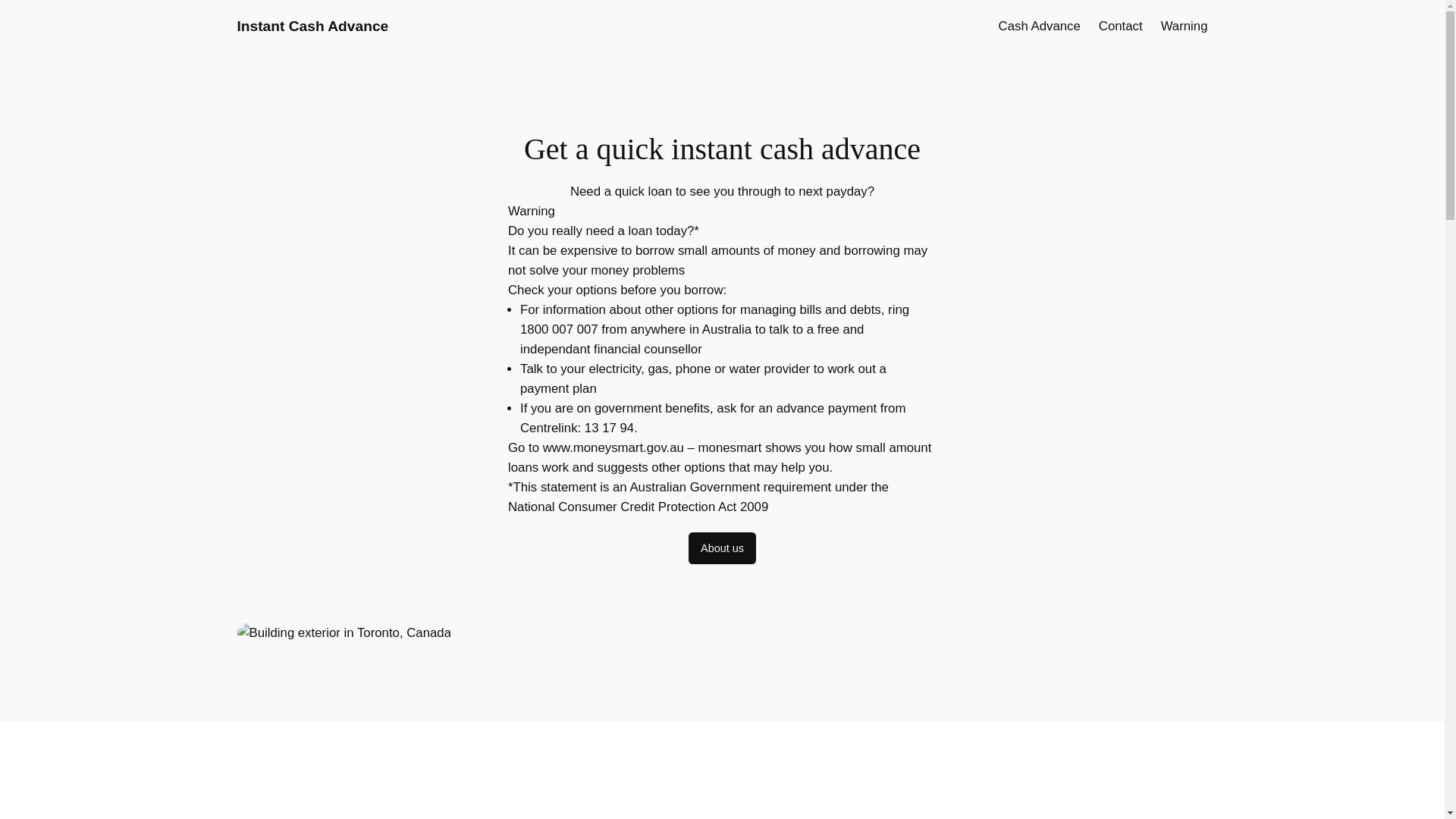 Image resolution: width=1456 pixels, height=819 pixels. What do you see at coordinates (1039, 26) in the screenshot?
I see `'Cash Advance'` at bounding box center [1039, 26].